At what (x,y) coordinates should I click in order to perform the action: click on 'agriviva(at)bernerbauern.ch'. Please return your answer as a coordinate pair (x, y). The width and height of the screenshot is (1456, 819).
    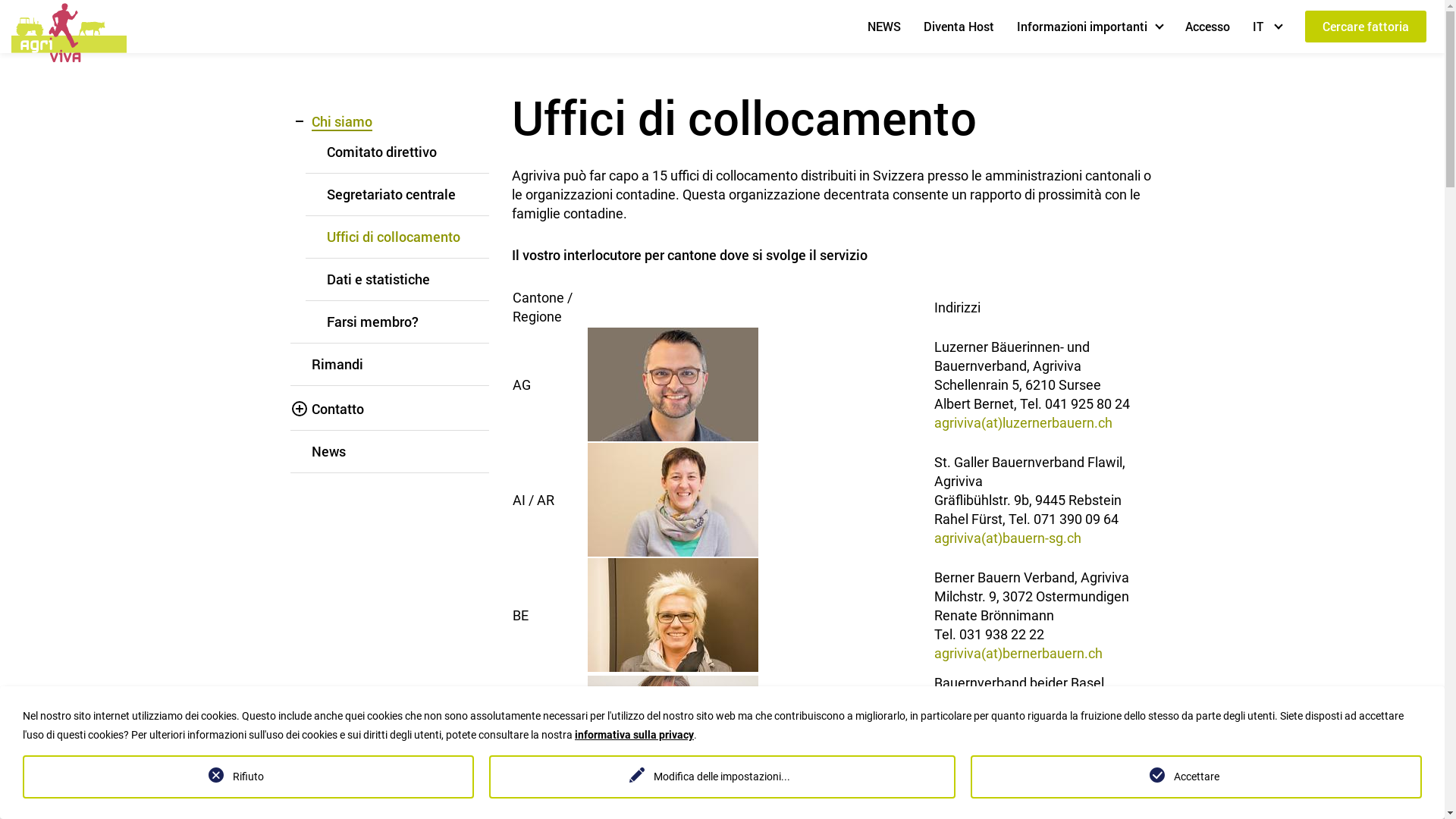
    Looking at the image, I should click on (1018, 651).